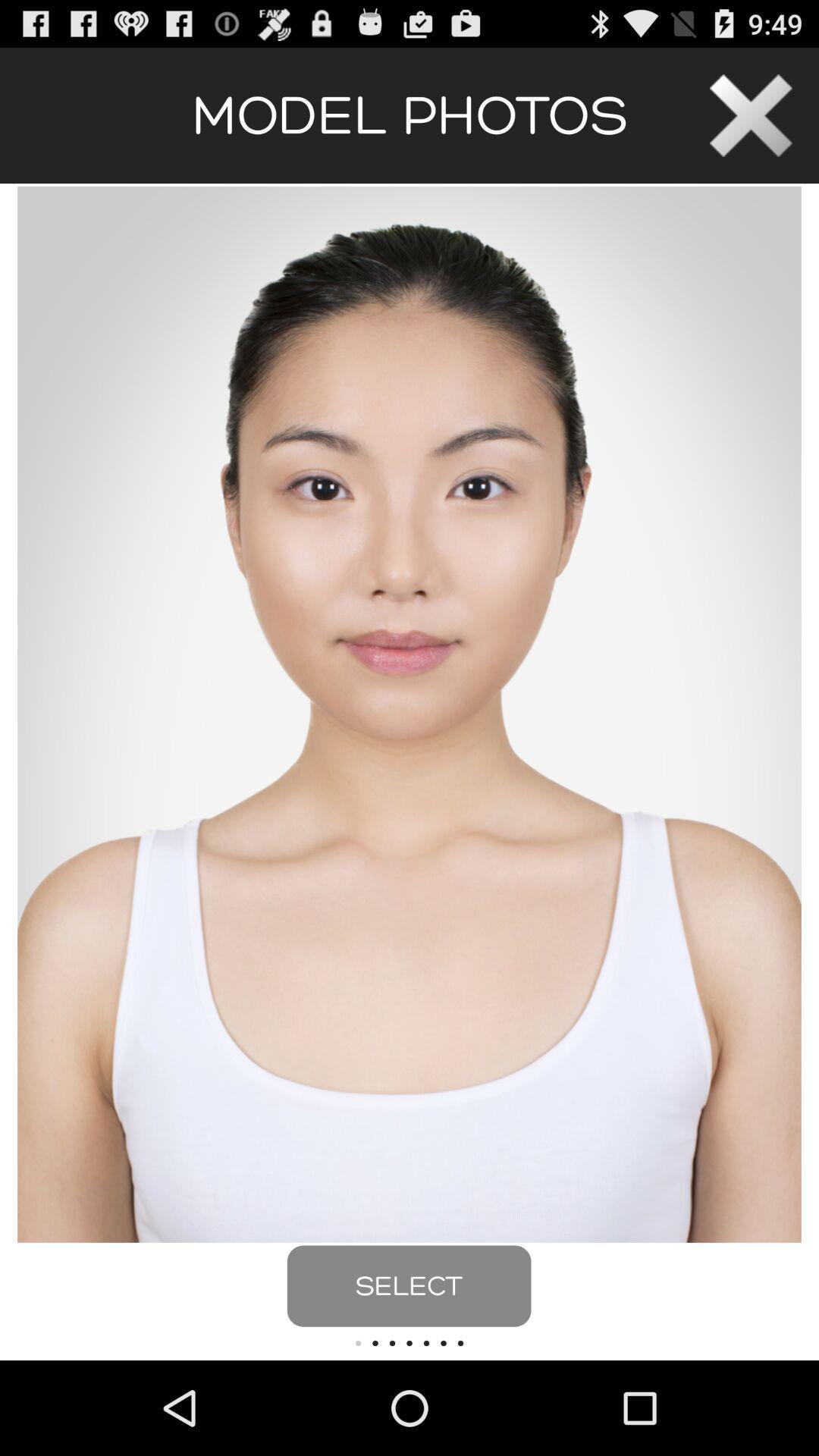 The width and height of the screenshot is (819, 1456). I want to click on the select button, so click(408, 1285).